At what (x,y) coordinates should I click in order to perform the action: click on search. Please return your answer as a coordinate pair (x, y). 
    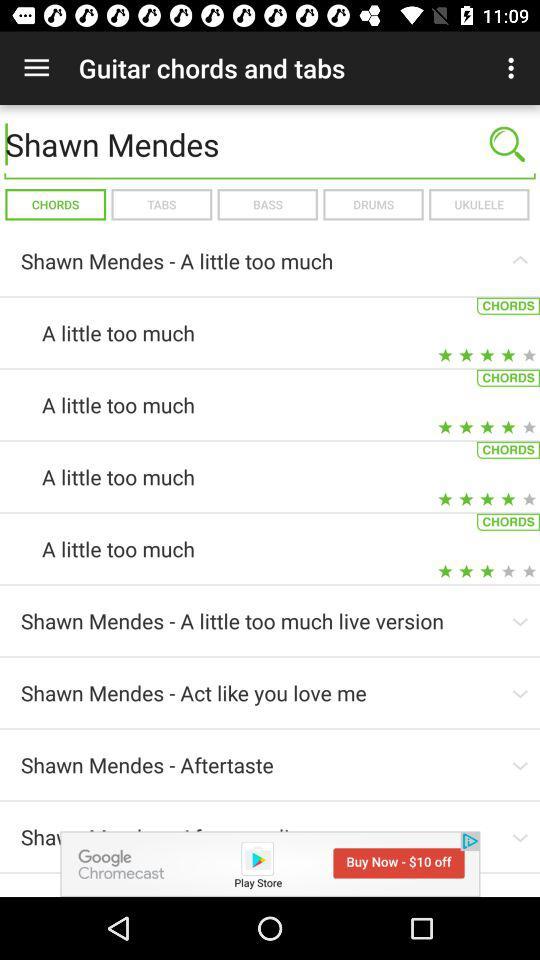
    Looking at the image, I should click on (507, 143).